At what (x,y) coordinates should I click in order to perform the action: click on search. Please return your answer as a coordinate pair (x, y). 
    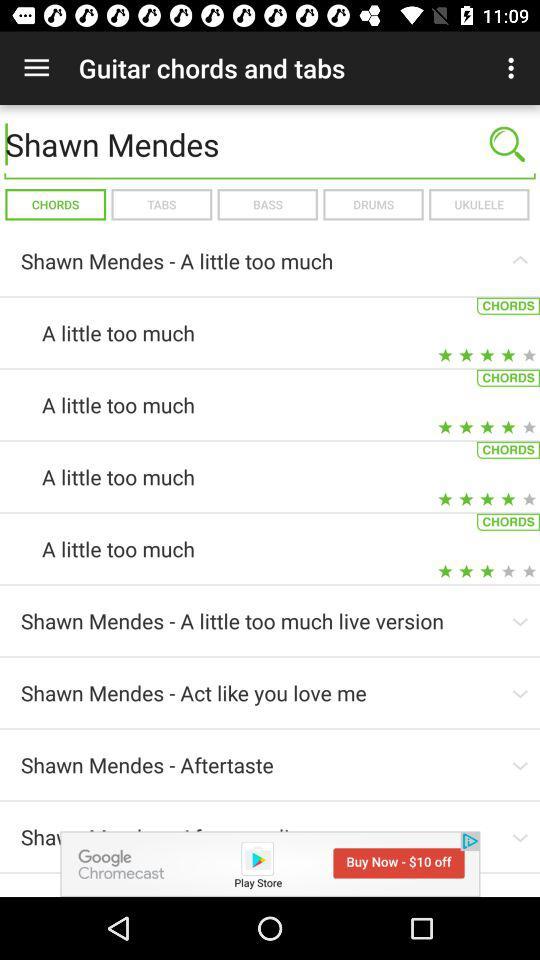
    Looking at the image, I should click on (507, 143).